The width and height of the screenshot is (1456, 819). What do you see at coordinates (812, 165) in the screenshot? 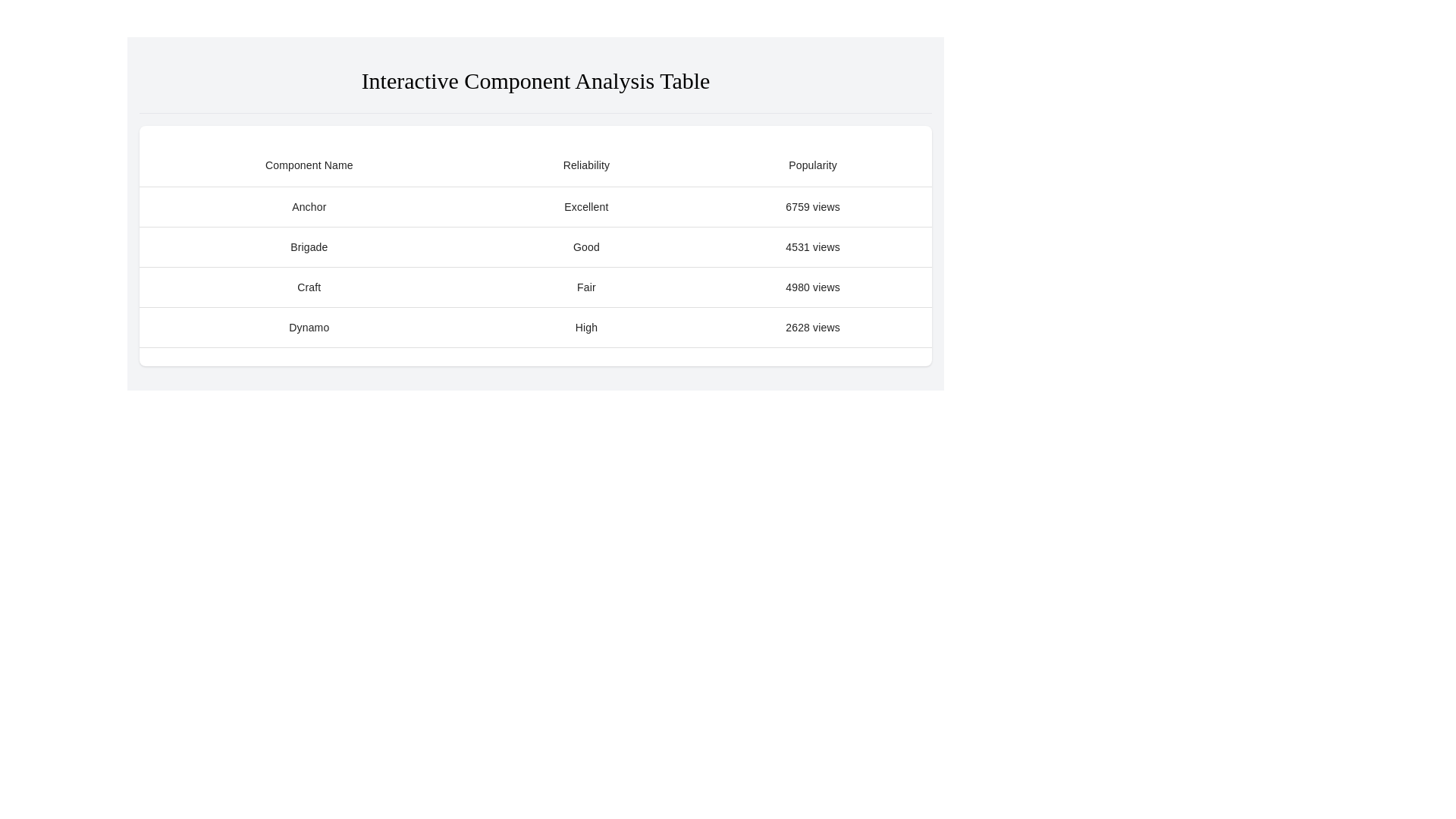
I see `the Table header cell for the 'Popularity' column, which is the third column header located to the right of the 'Reliability' column` at bounding box center [812, 165].